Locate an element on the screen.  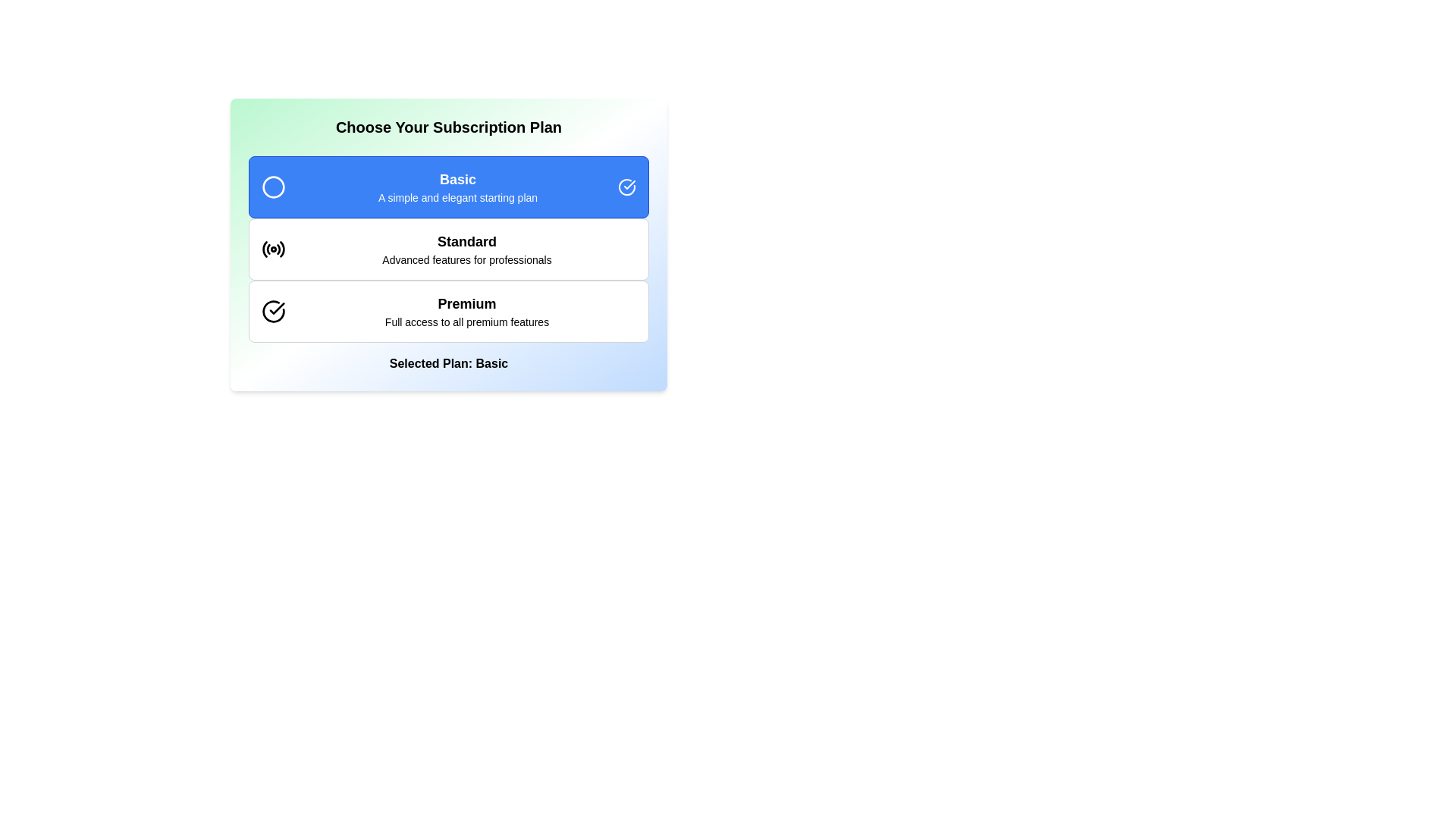
the circular checkmark icon located next to the 'Premium' subscription tier label is located at coordinates (273, 311).